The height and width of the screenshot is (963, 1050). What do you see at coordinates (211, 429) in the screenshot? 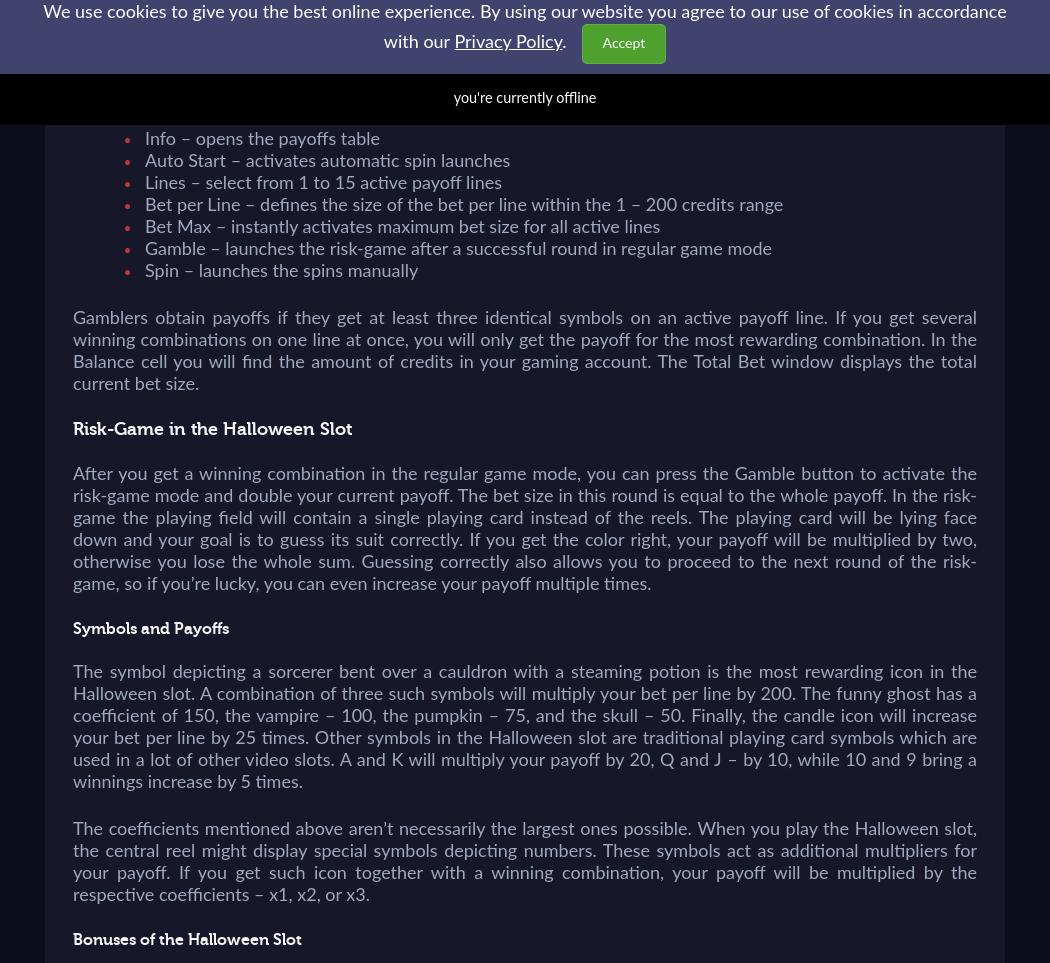
I see `'Risk-Game in the Halloween Slot'` at bounding box center [211, 429].